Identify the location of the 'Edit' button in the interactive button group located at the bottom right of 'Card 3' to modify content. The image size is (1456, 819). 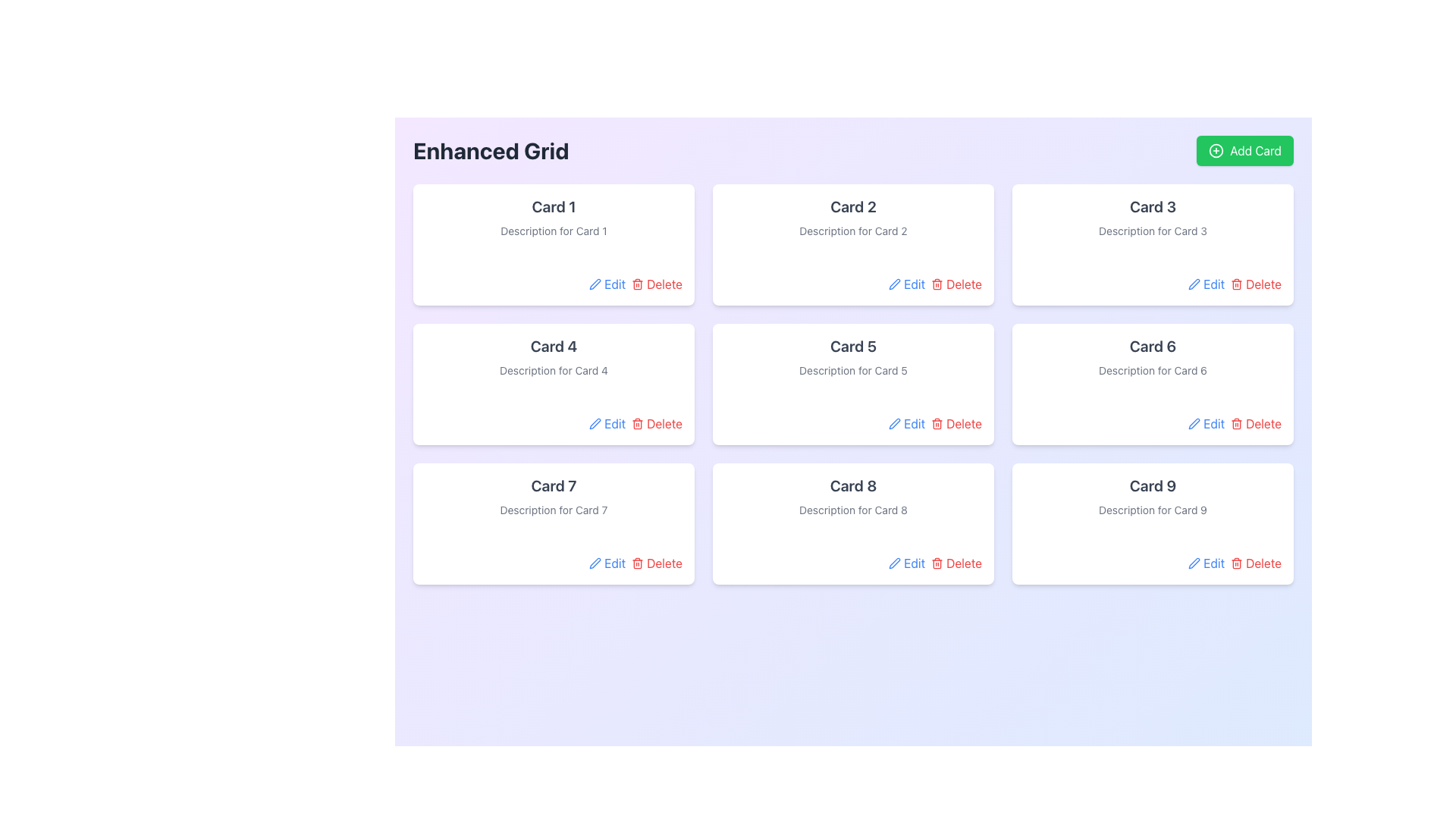
(1153, 284).